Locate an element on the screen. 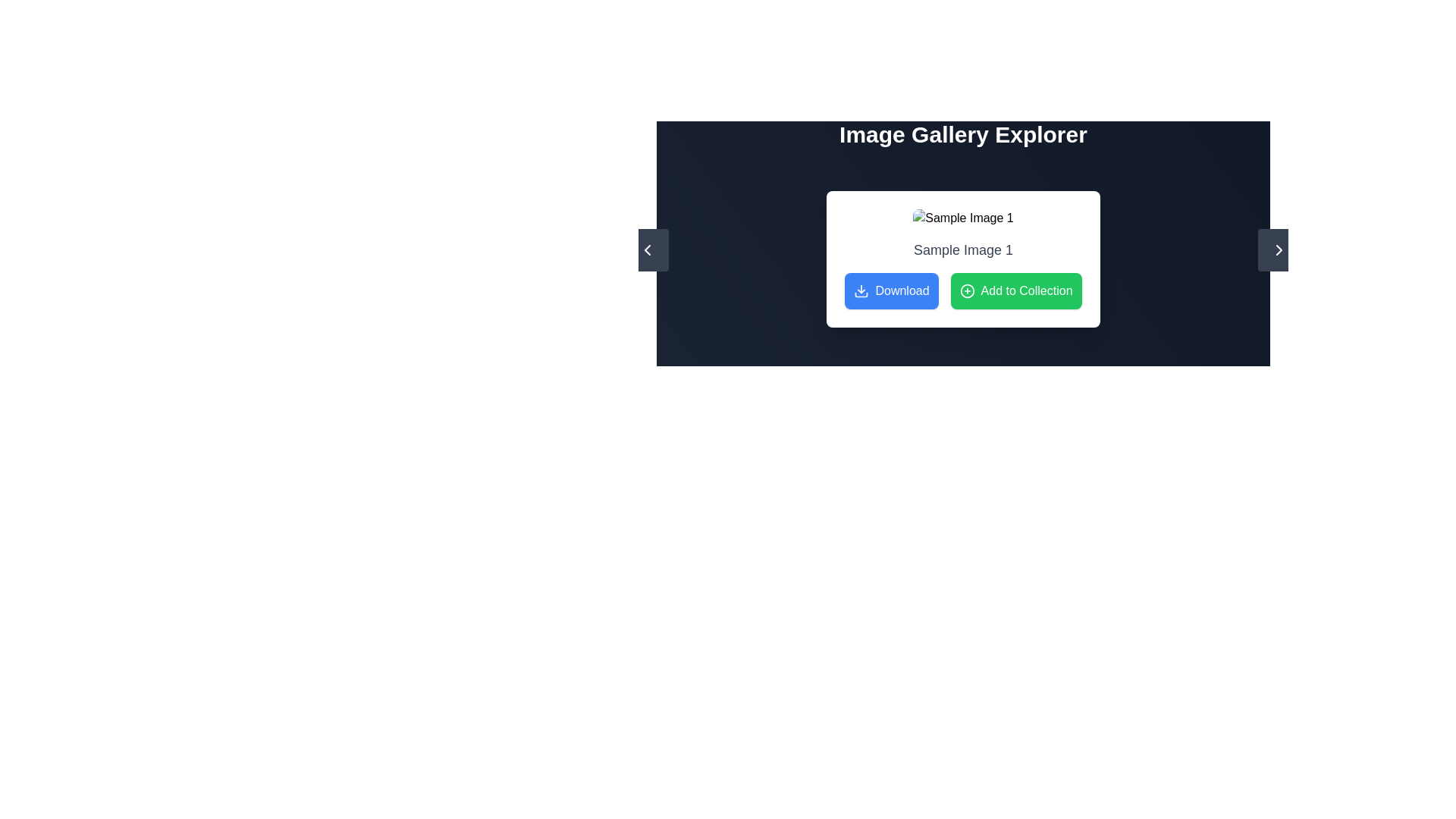  the 'Add to Collection' button, which is a green rectangular button with white rounded corners and contains the text label 'Add to Collection' is located at coordinates (1016, 291).